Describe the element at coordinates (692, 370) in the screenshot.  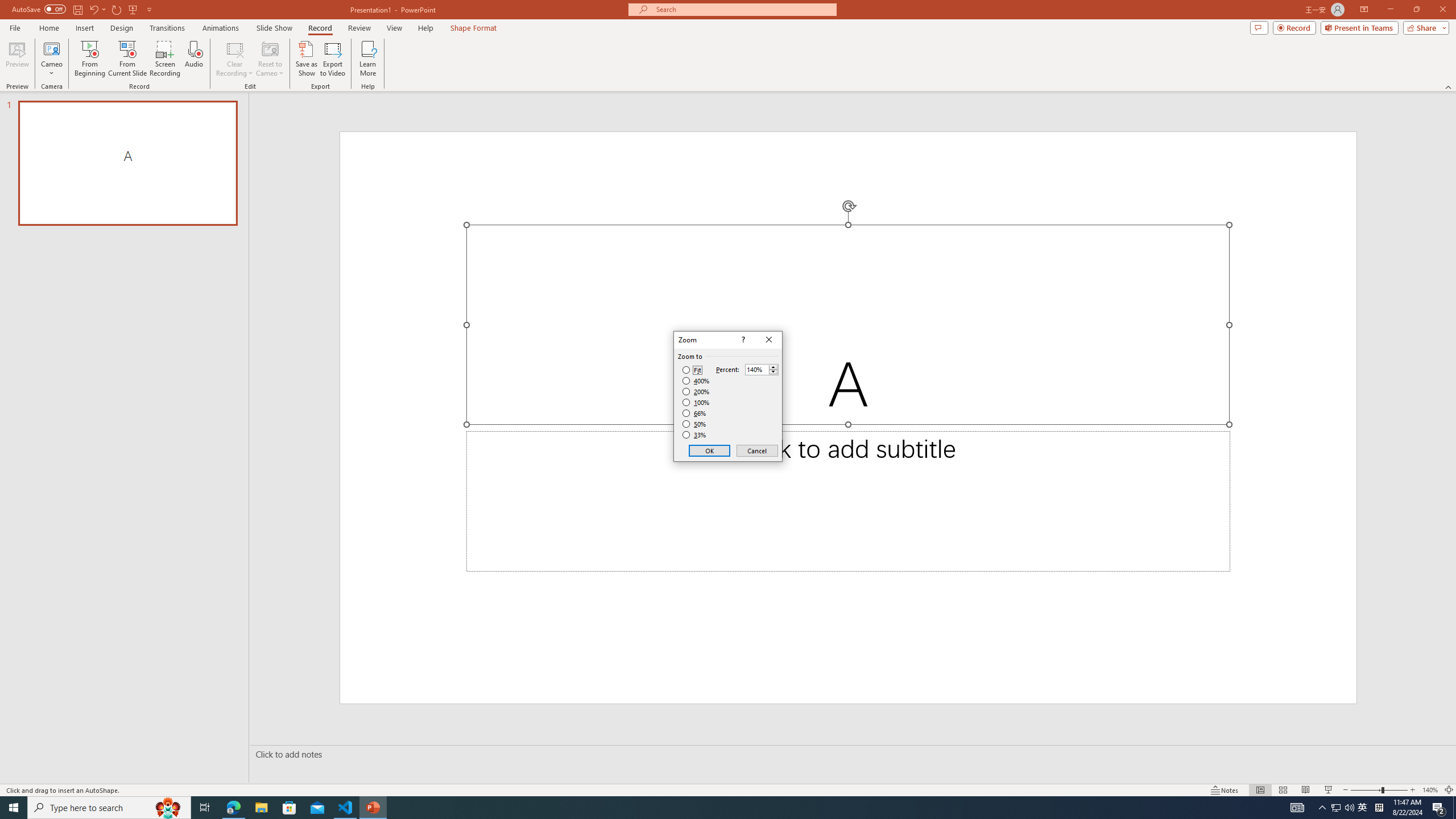
I see `'Fit'` at that location.